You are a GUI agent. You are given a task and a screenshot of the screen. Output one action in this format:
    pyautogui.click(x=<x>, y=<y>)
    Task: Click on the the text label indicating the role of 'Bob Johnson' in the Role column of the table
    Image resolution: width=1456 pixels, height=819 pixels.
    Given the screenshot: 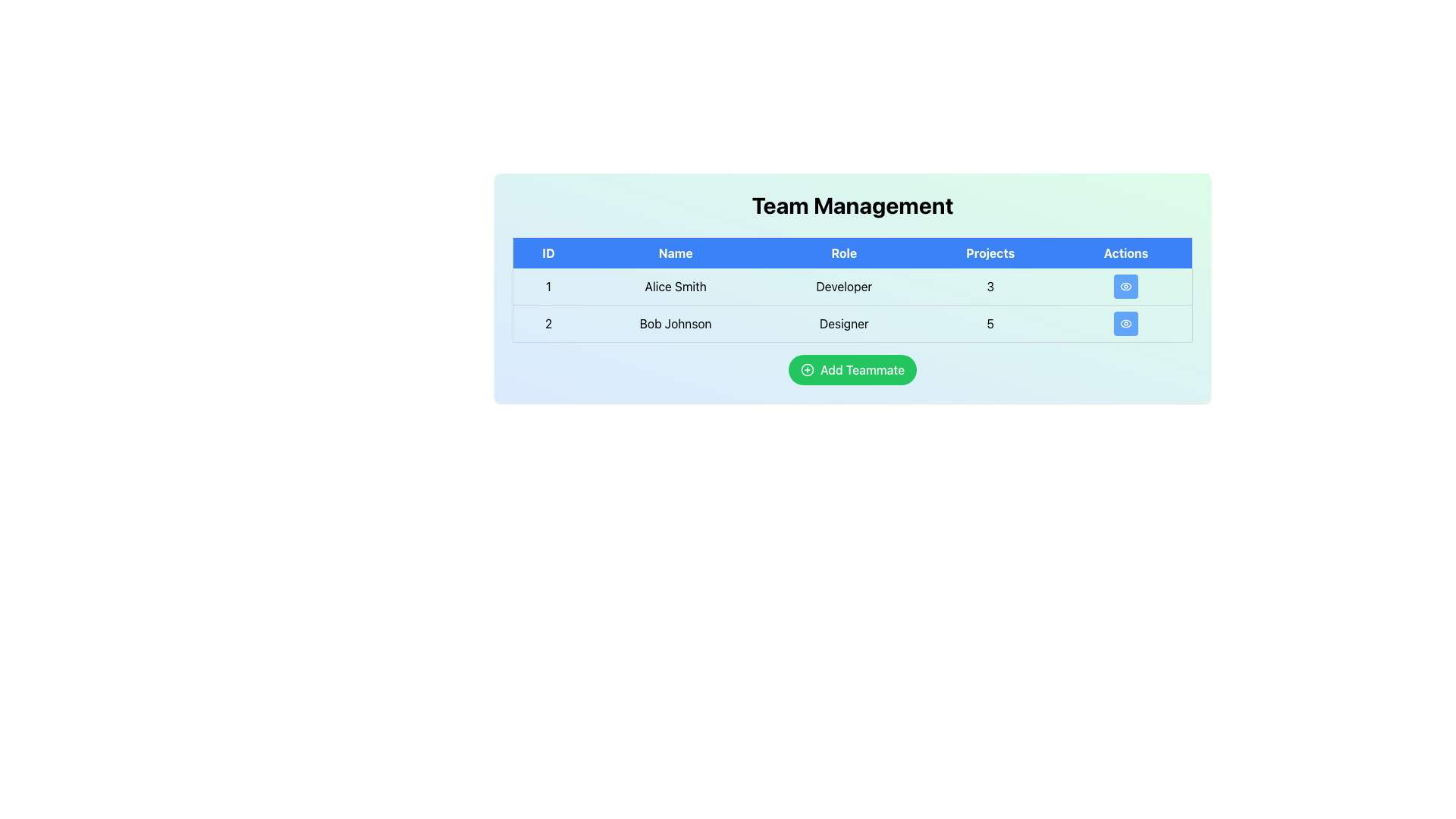 What is the action you would take?
    pyautogui.click(x=843, y=323)
    